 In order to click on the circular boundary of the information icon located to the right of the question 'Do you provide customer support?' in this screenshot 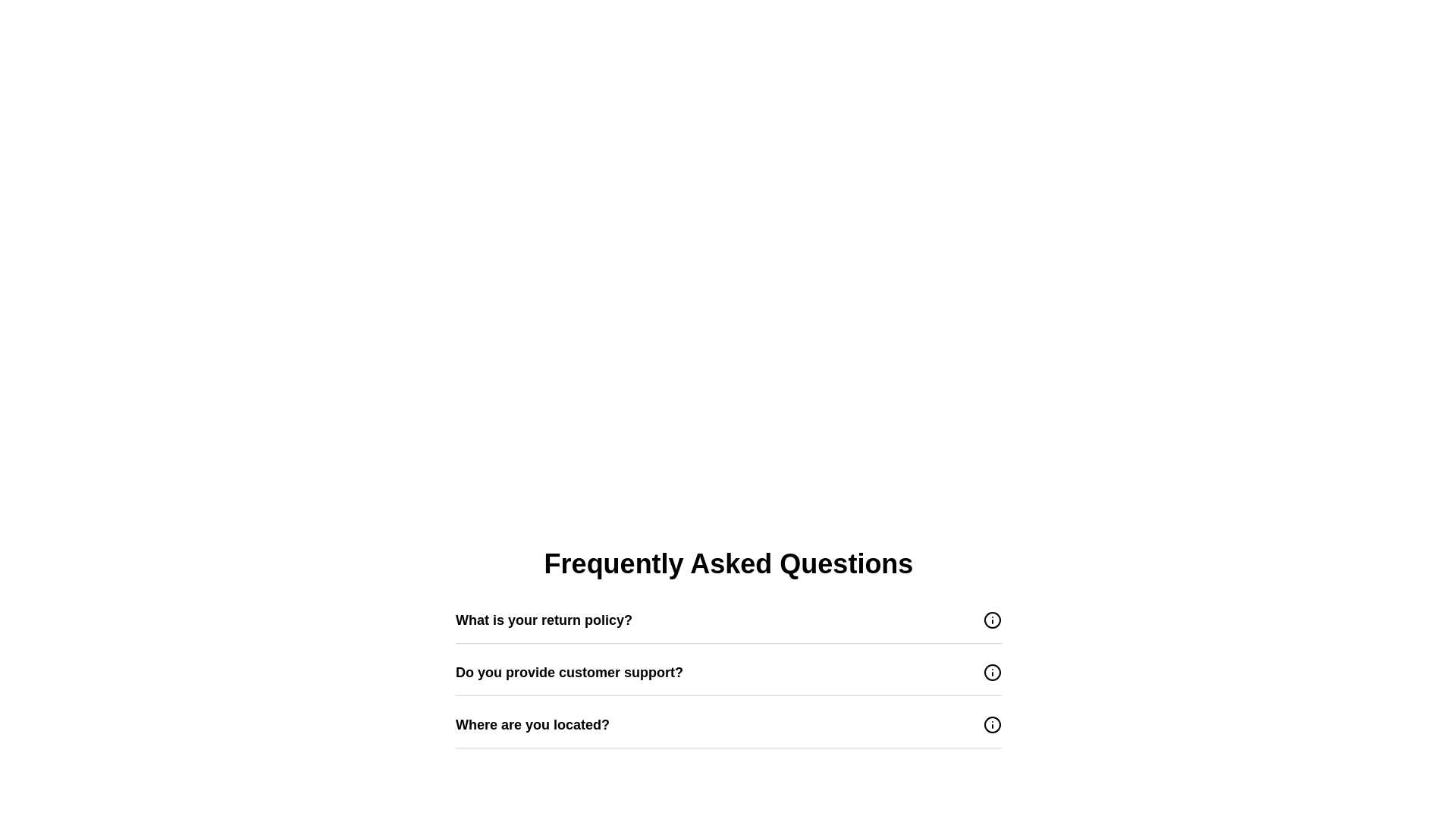, I will do `click(993, 672)`.